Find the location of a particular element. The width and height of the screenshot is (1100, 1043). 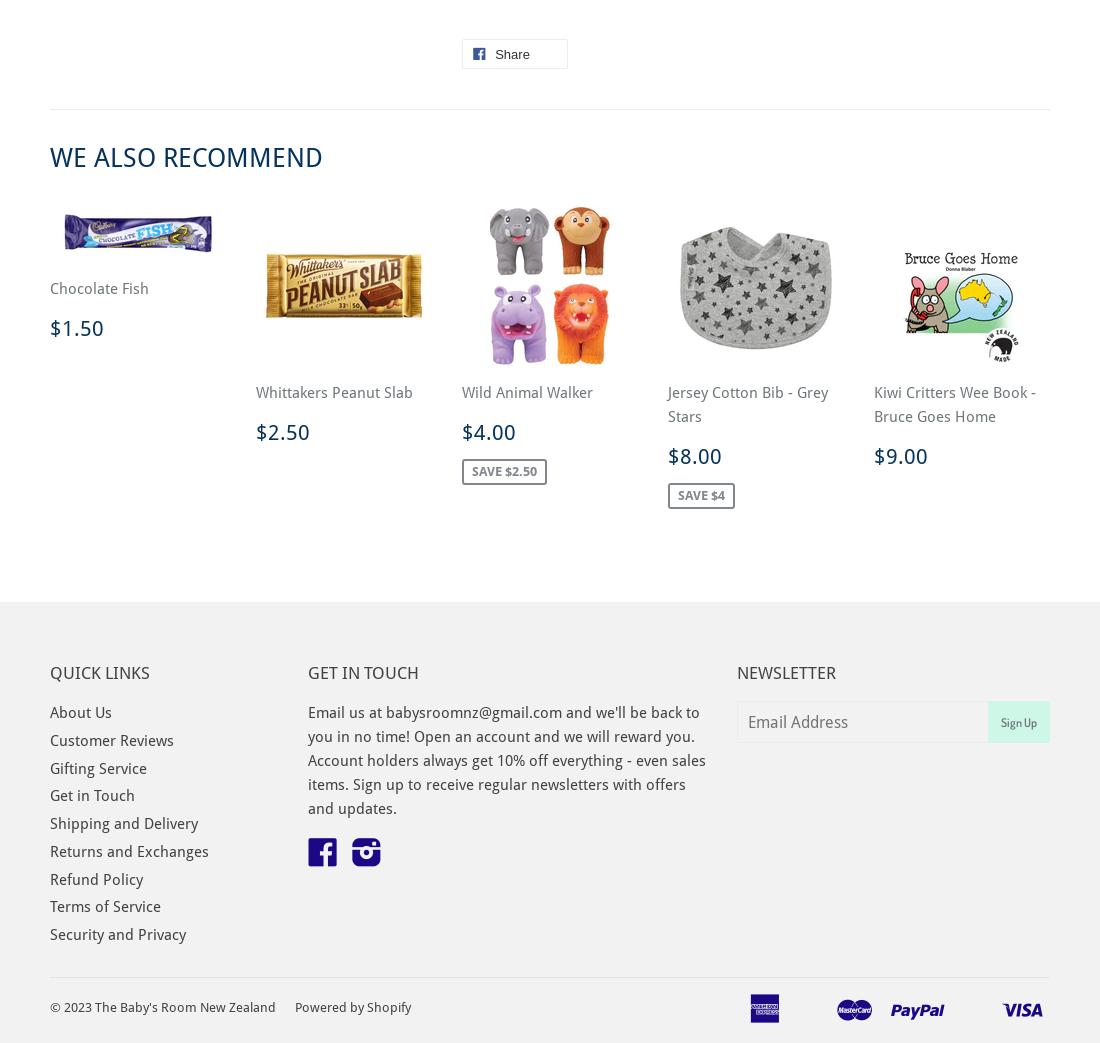

'Customer Reviews' is located at coordinates (111, 740).